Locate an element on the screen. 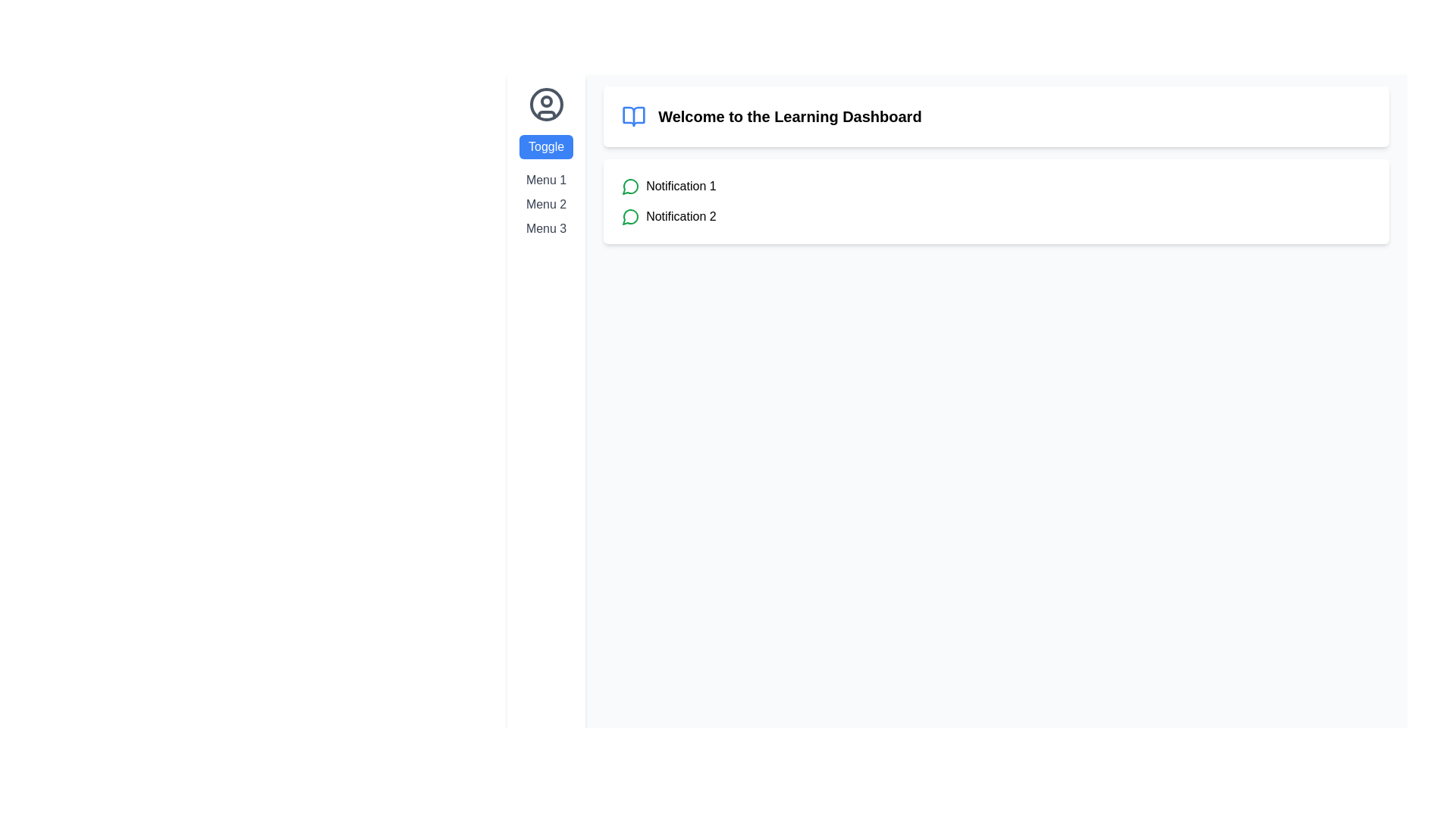 The width and height of the screenshot is (1456, 819). the toggle button in the profile menu group located at the top center of the white rectangular card in the left side panel is located at coordinates (546, 162).